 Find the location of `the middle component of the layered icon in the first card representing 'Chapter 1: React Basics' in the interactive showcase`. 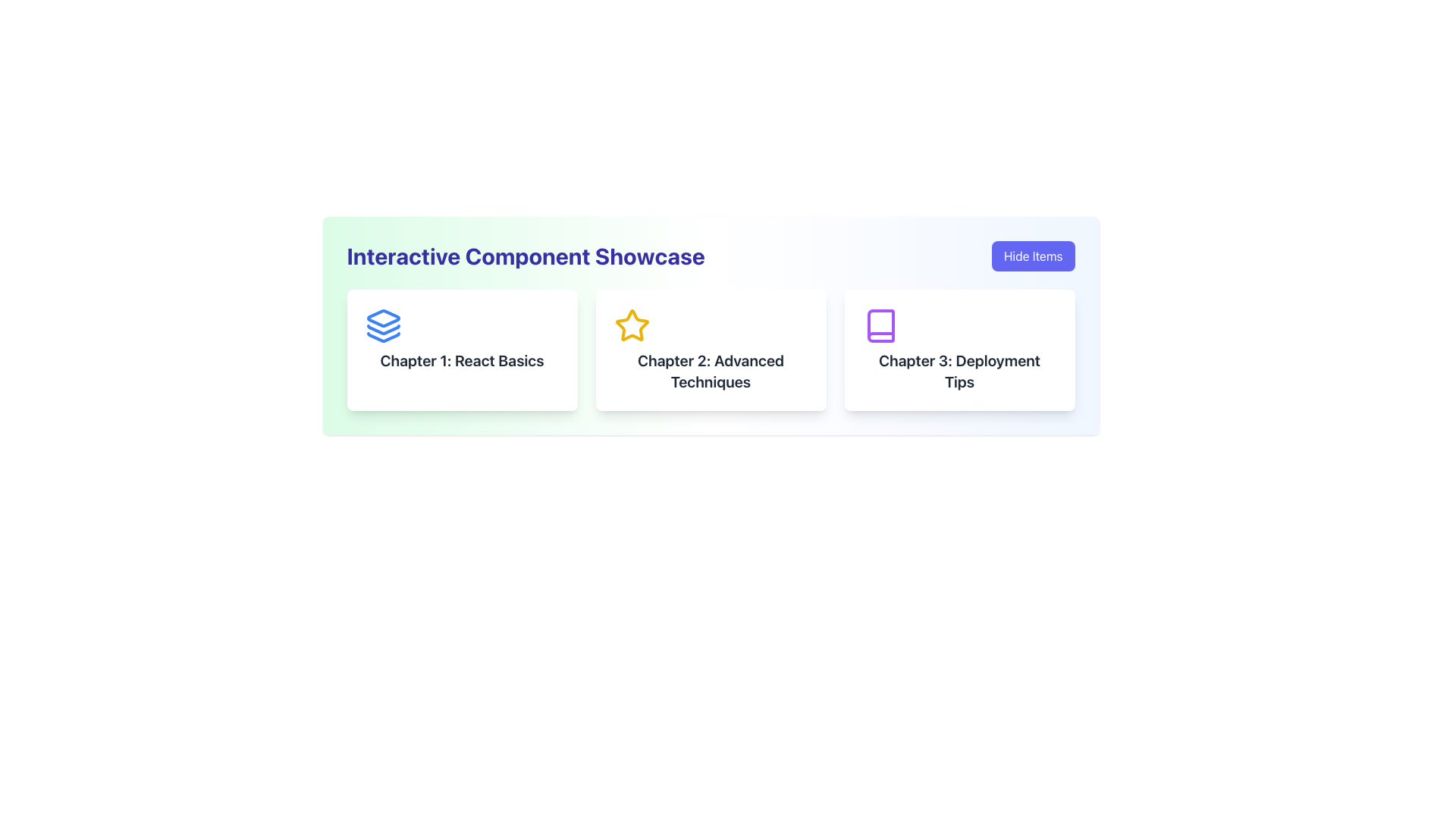

the middle component of the layered icon in the first card representing 'Chapter 1: React Basics' in the interactive showcase is located at coordinates (383, 329).